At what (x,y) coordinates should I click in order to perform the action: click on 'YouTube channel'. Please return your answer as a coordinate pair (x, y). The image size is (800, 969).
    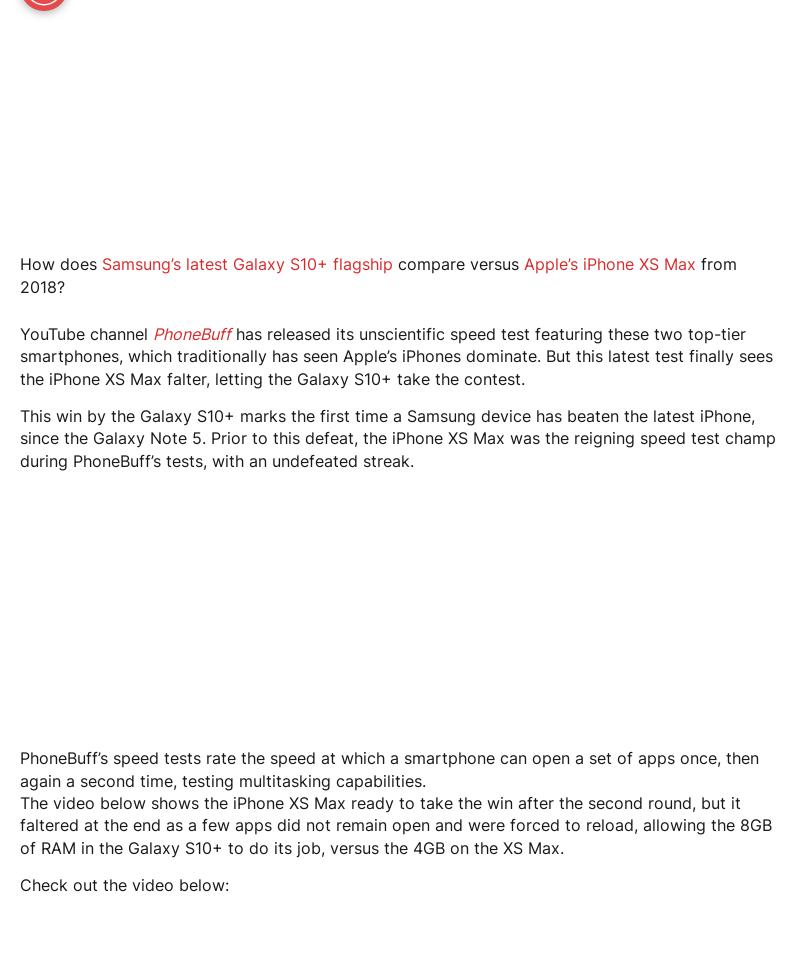
    Looking at the image, I should click on (86, 332).